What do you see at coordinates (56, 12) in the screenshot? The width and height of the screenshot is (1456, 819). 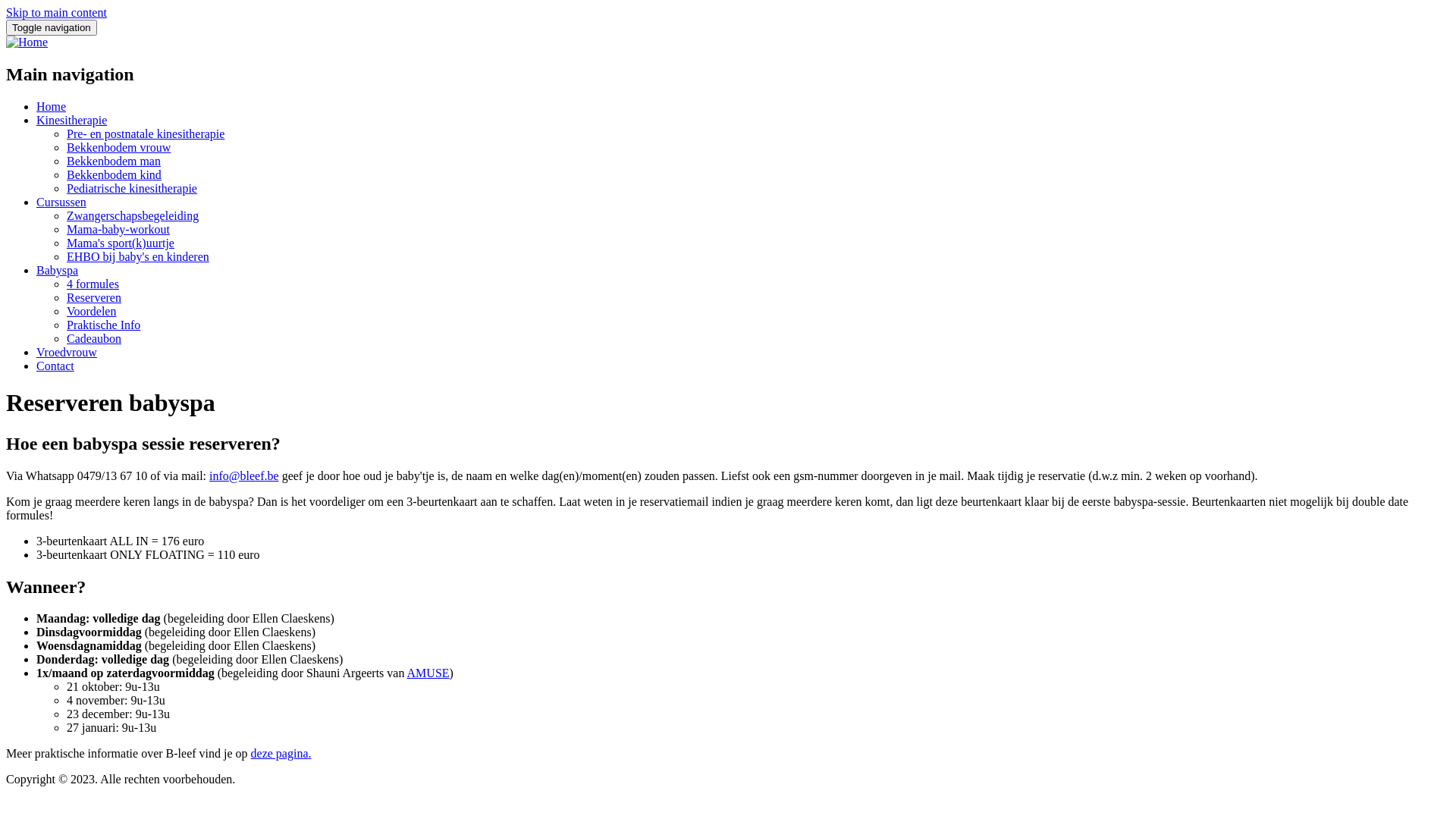 I see `'Skip to main content'` at bounding box center [56, 12].